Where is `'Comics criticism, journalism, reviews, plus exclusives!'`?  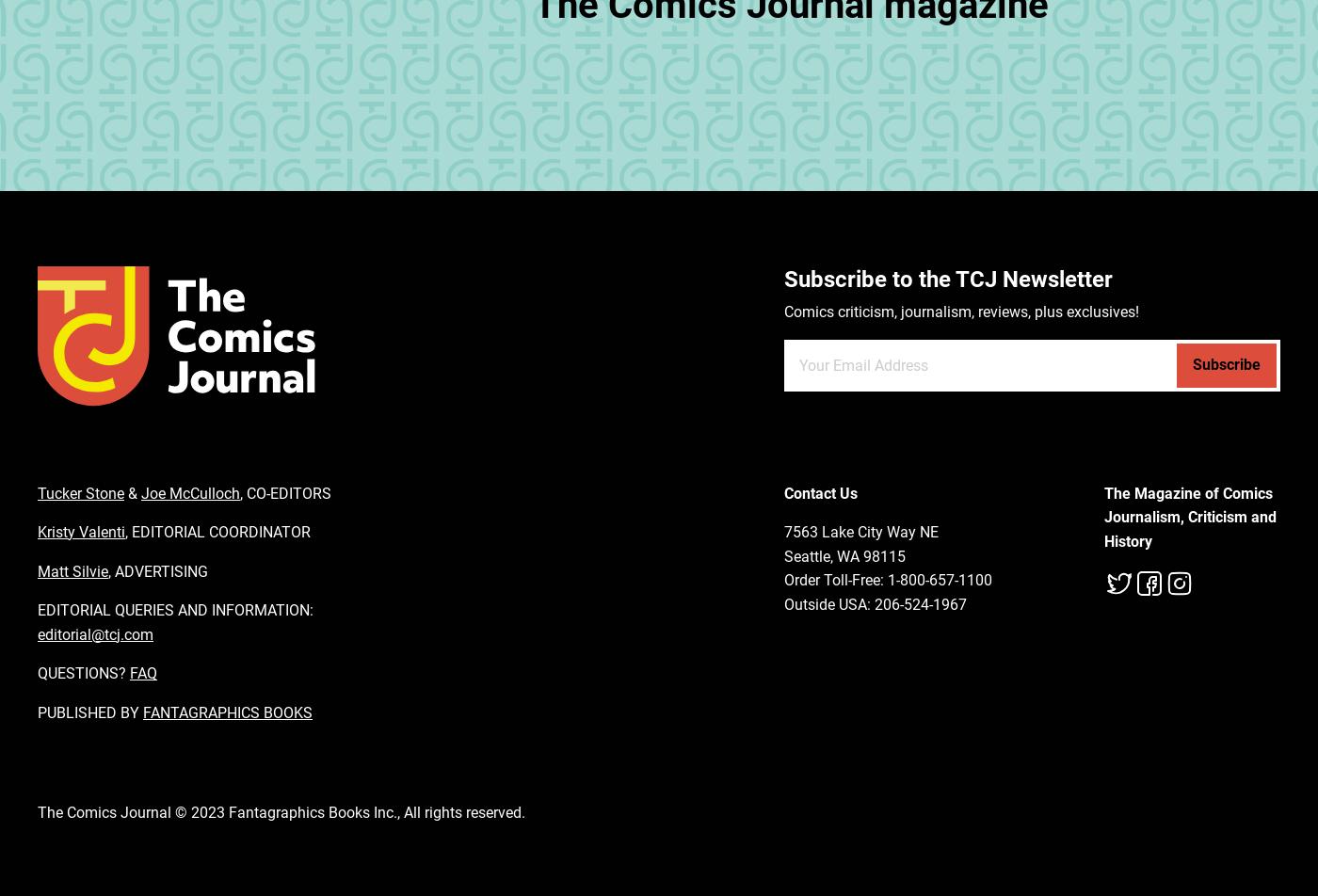 'Comics criticism, journalism, reviews, plus exclusives!' is located at coordinates (784, 312).